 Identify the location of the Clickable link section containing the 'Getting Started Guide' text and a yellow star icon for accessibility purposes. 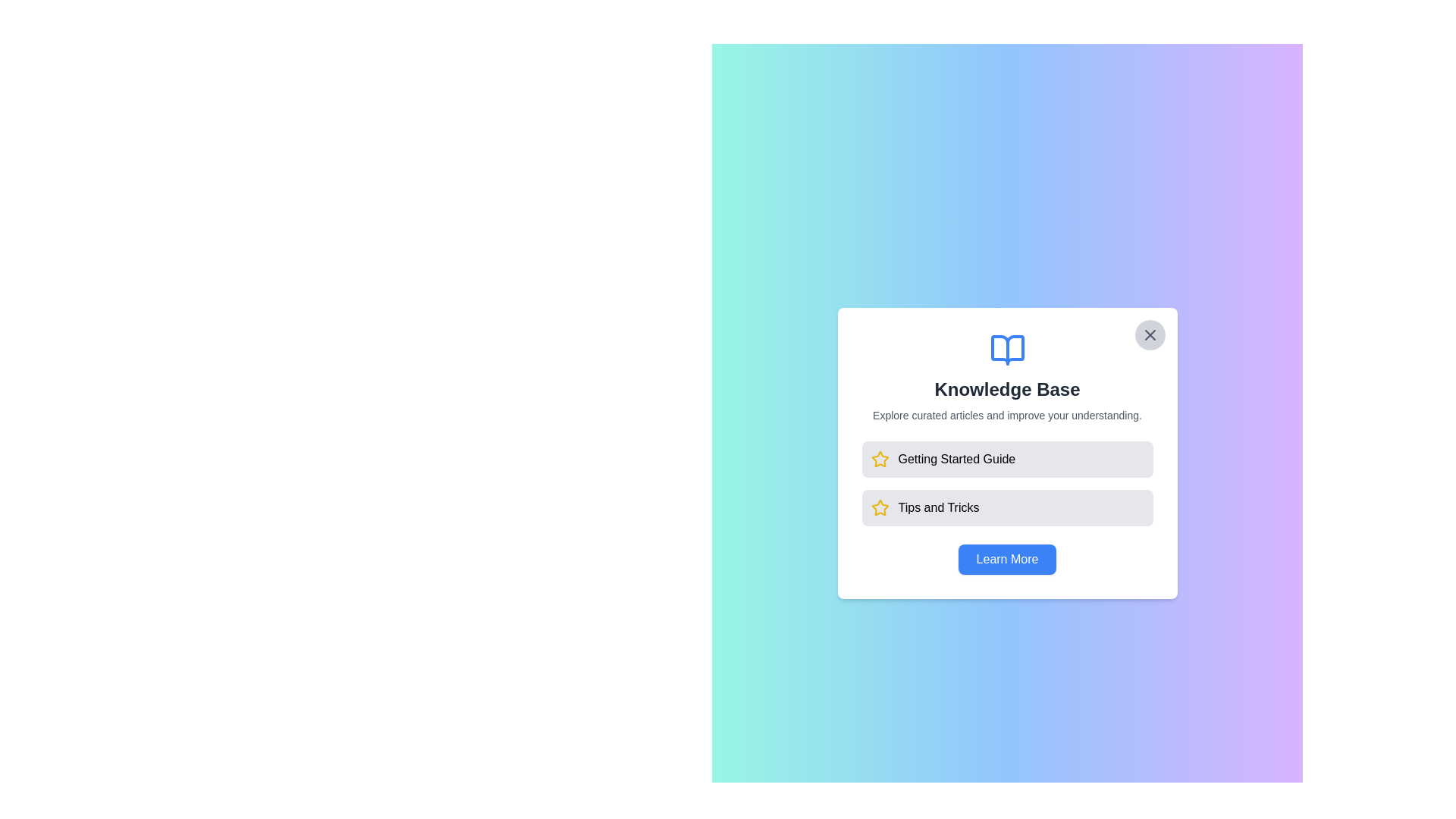
(1007, 452).